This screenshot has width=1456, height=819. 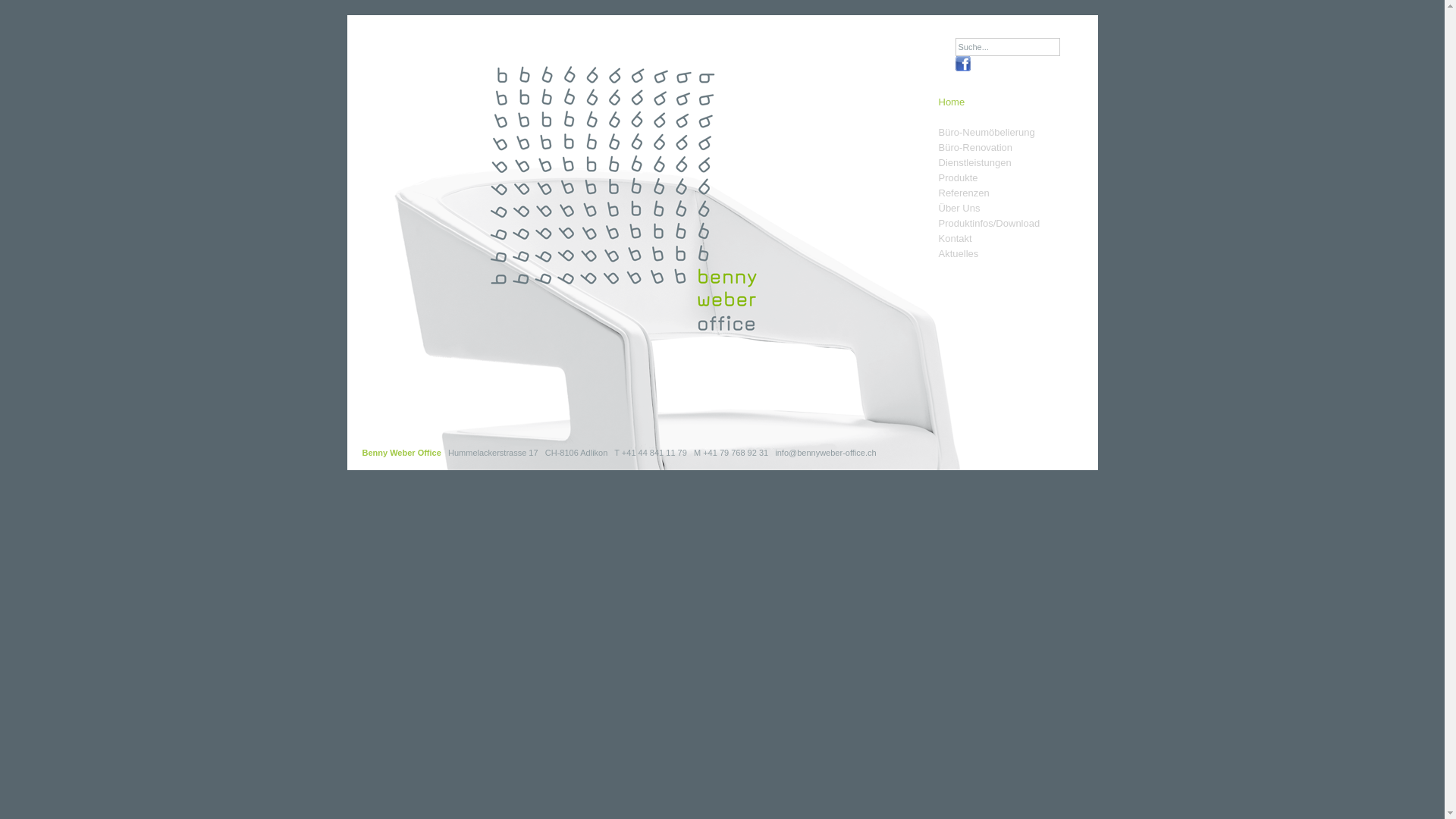 I want to click on 'info@bennyweber-office.ch', so click(x=824, y=452).